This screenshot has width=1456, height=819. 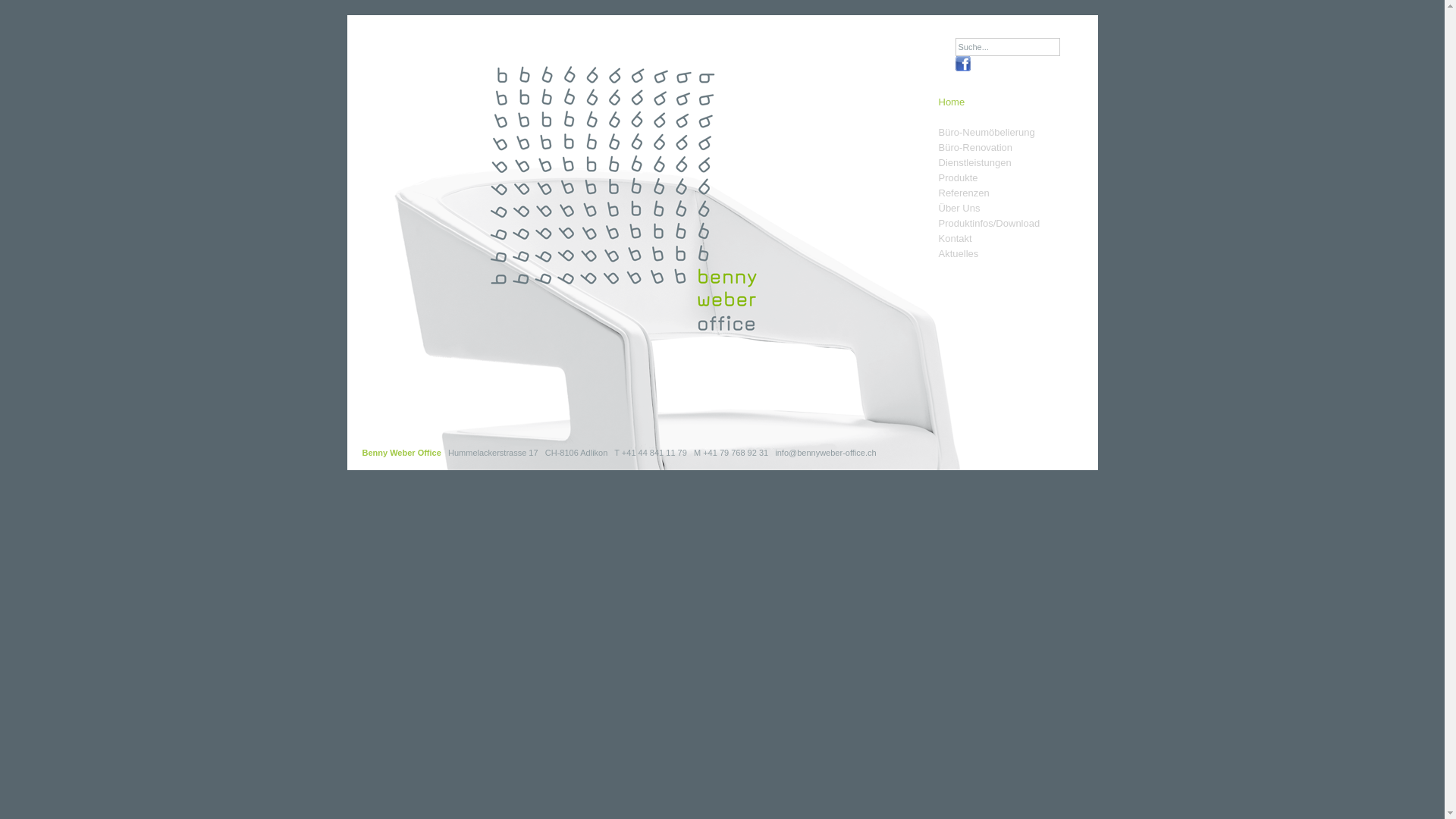 I want to click on 'info@bennyweber-office.ch', so click(x=824, y=452).